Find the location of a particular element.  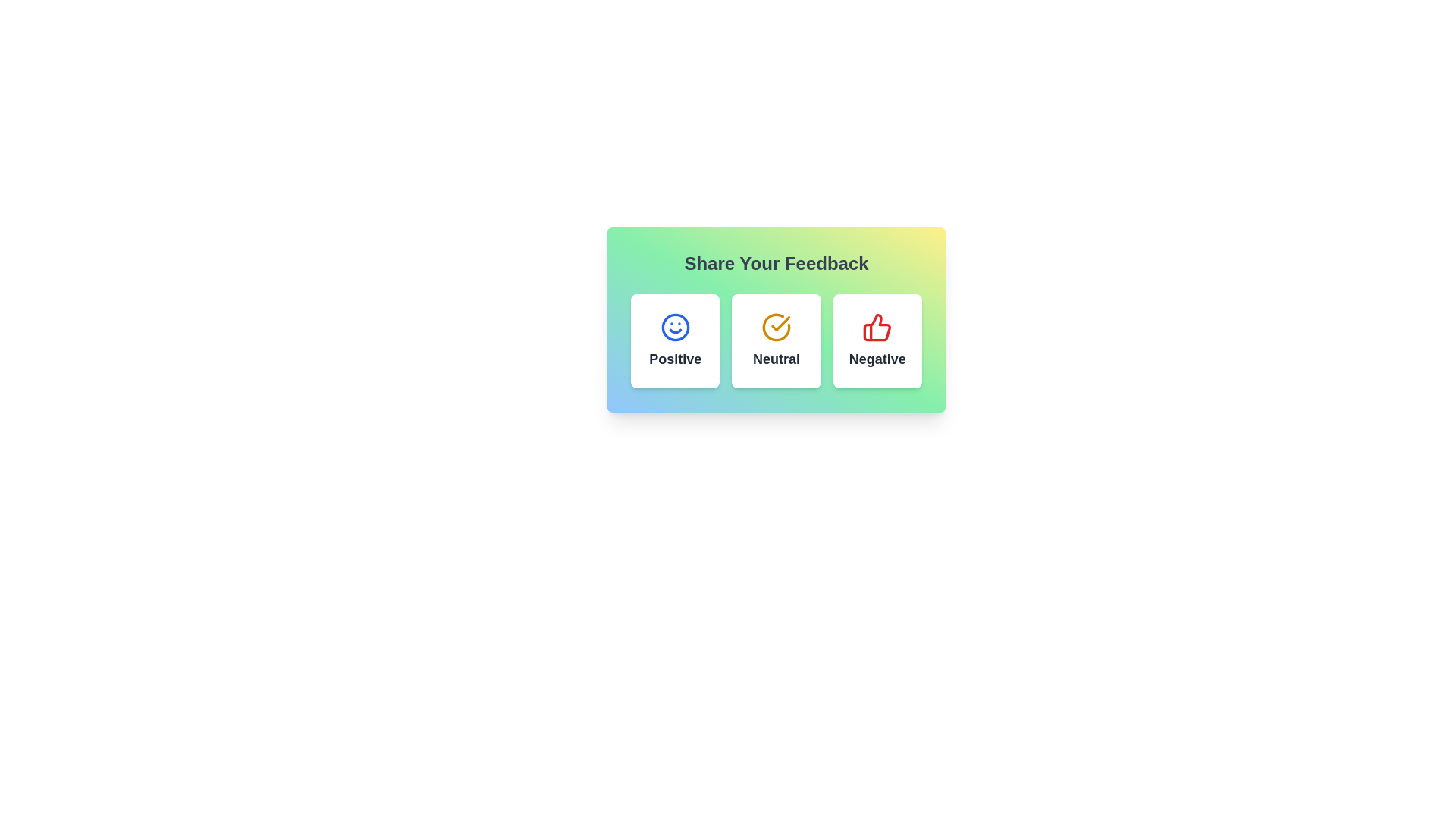

the static text label for the positive feedback selection option, which is located beneath the smiling face icon in the first option block labeled 'Positive' is located at coordinates (674, 359).